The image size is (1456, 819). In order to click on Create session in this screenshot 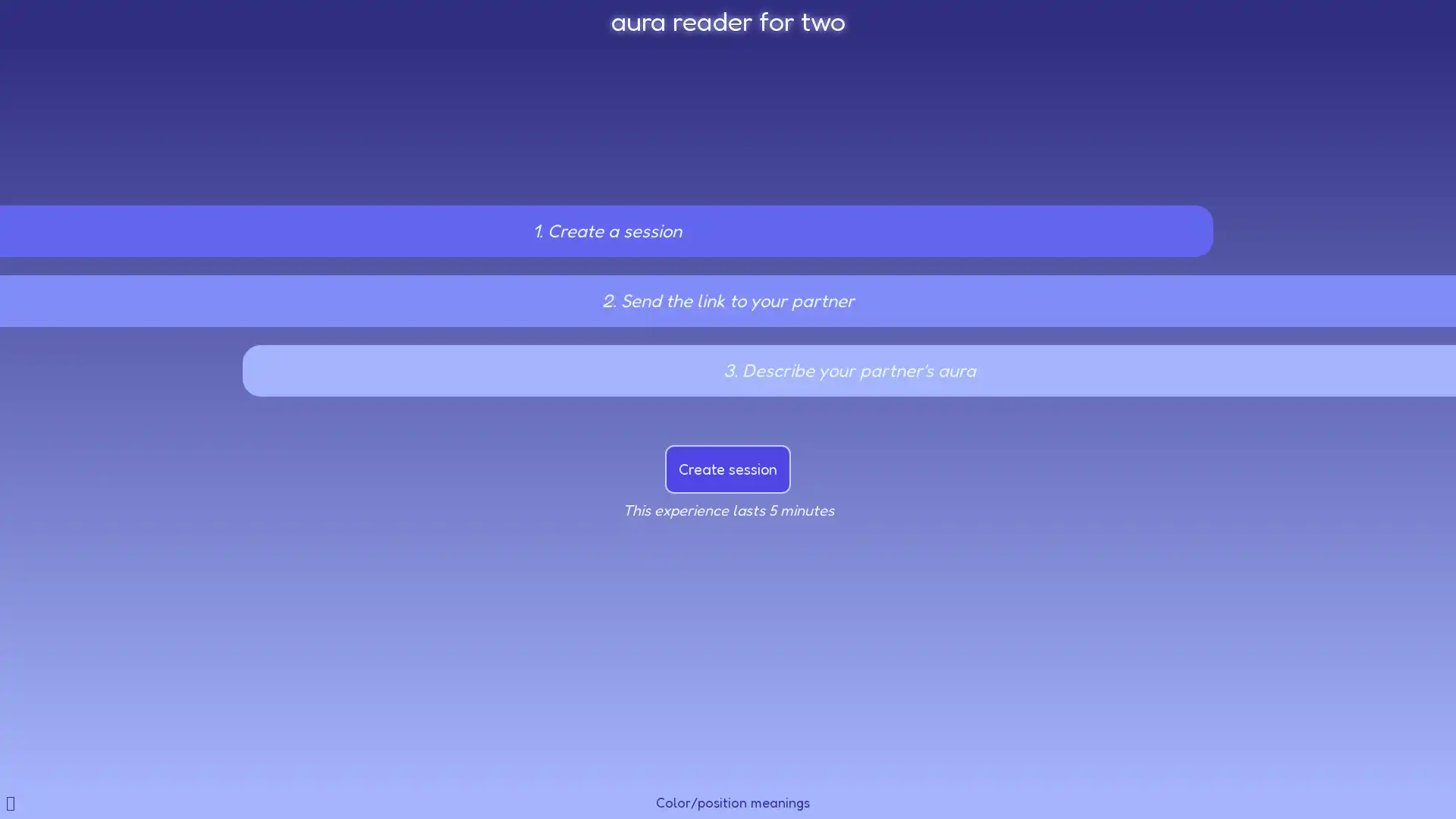, I will do `click(728, 468)`.